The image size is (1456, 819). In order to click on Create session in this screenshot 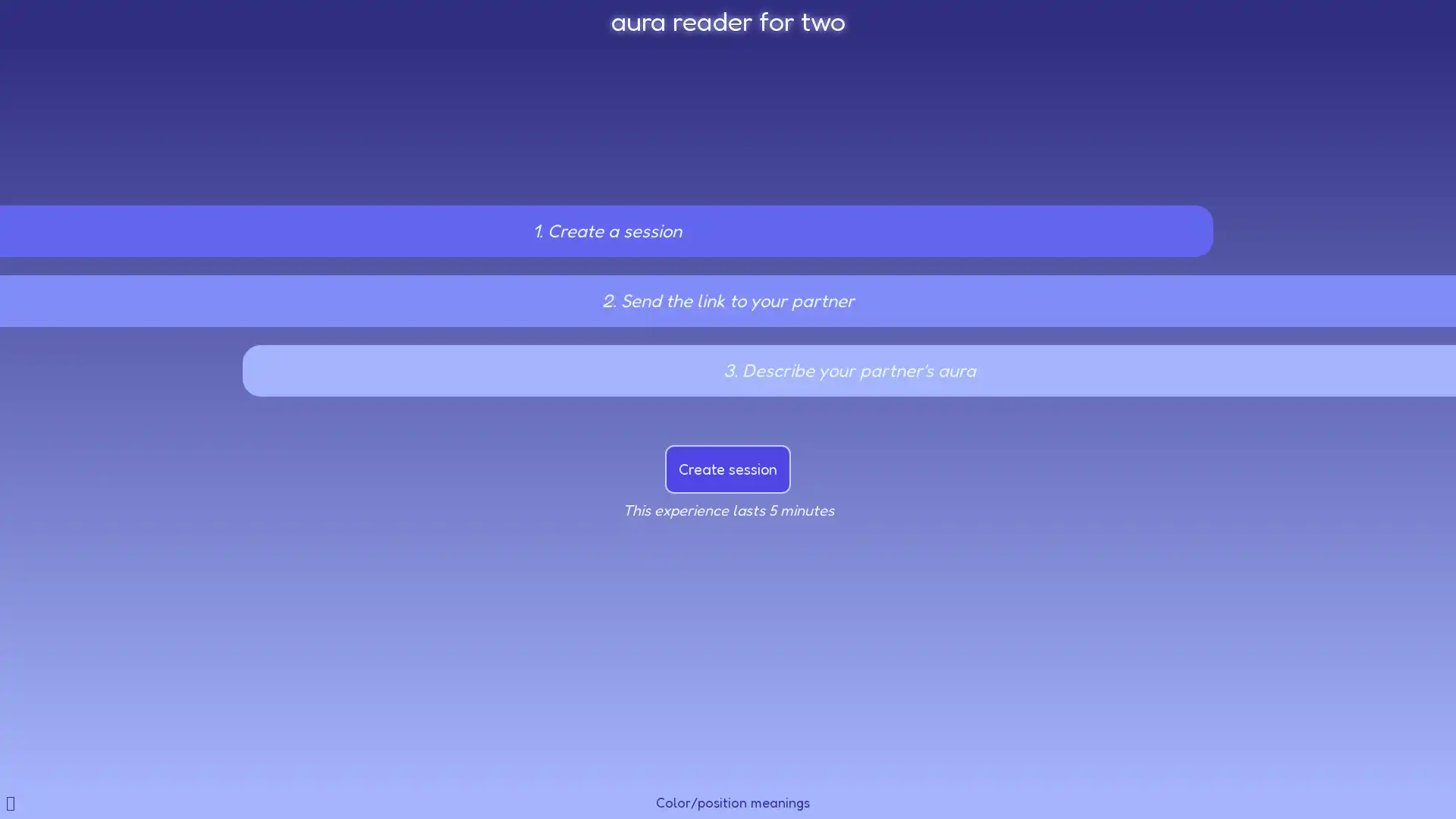, I will do `click(728, 468)`.